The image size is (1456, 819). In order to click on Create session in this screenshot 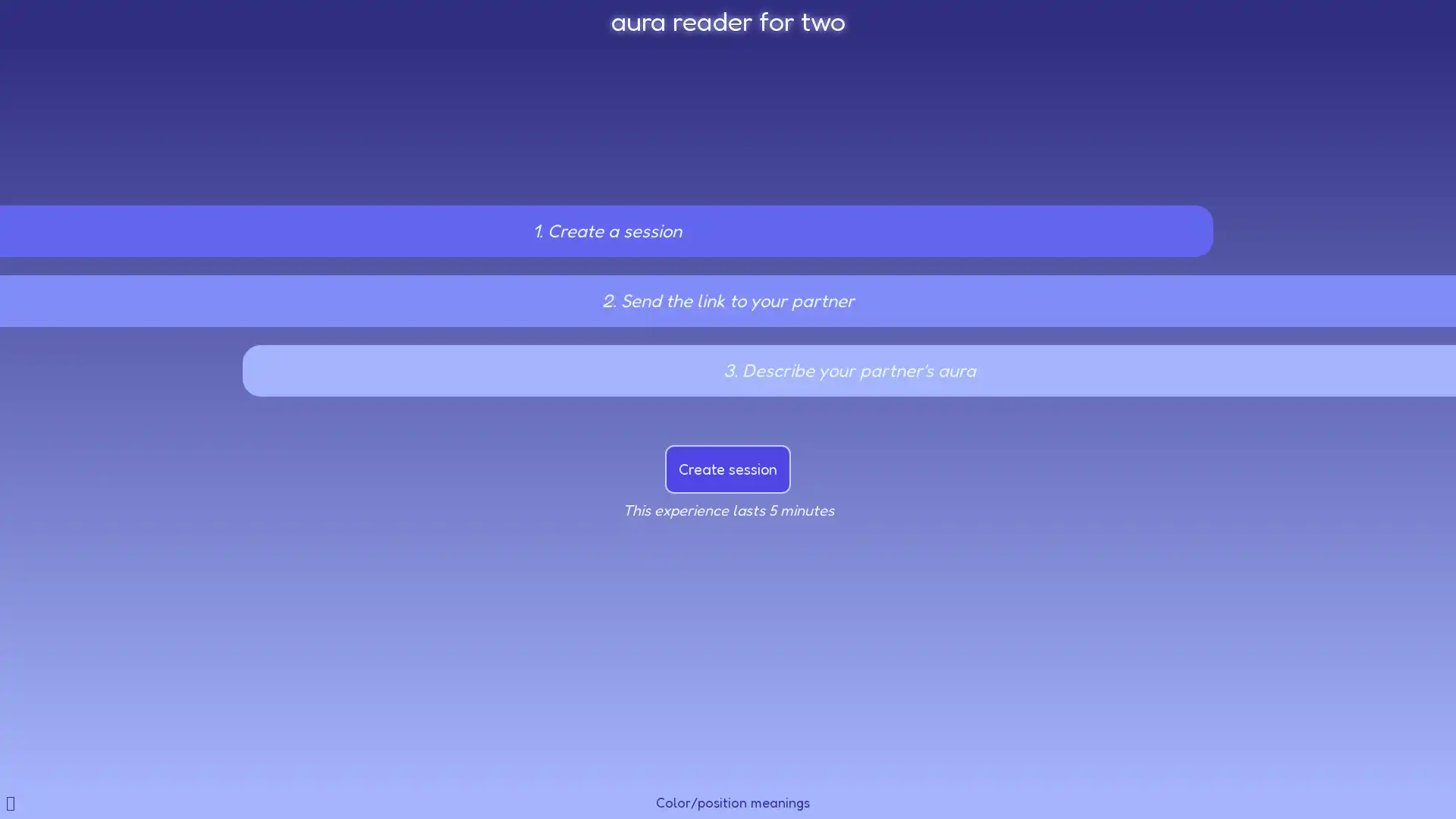, I will do `click(728, 468)`.